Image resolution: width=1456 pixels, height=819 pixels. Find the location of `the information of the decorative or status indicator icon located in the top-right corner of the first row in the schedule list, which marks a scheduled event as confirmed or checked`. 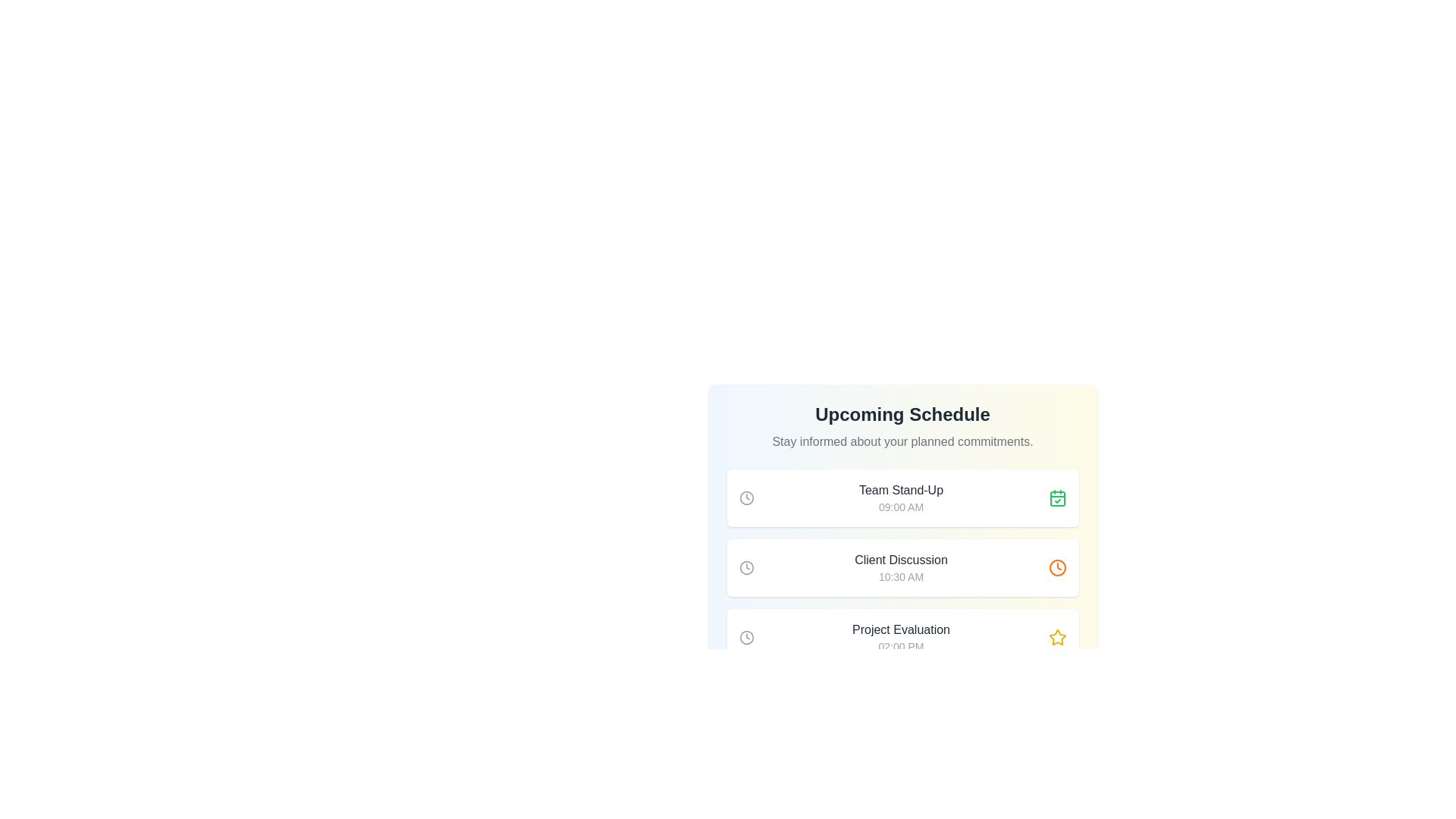

the information of the decorative or status indicator icon located in the top-right corner of the first row in the schedule list, which marks a scheduled event as confirmed or checked is located at coordinates (1056, 499).